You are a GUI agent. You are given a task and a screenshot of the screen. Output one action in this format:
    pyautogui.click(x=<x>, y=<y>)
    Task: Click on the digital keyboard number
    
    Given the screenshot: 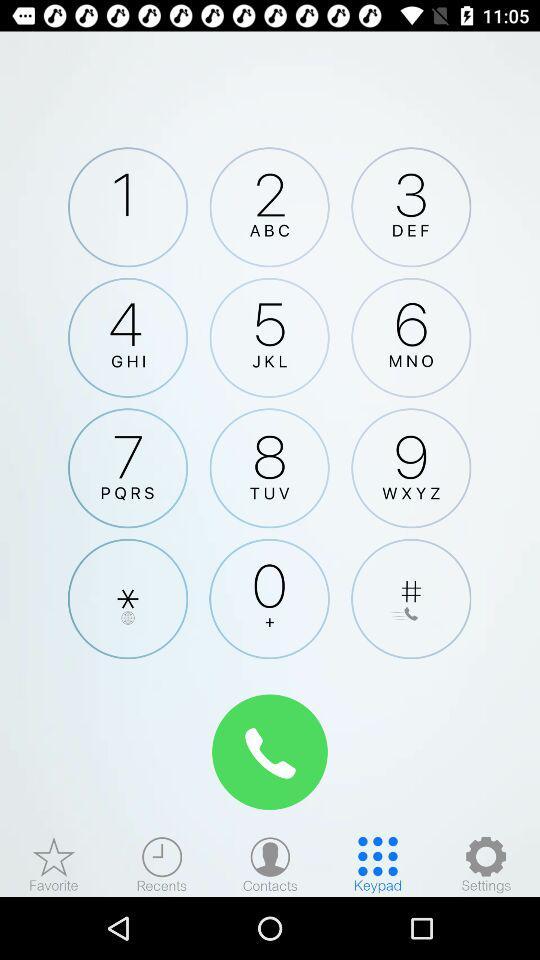 What is the action you would take?
    pyautogui.click(x=269, y=337)
    